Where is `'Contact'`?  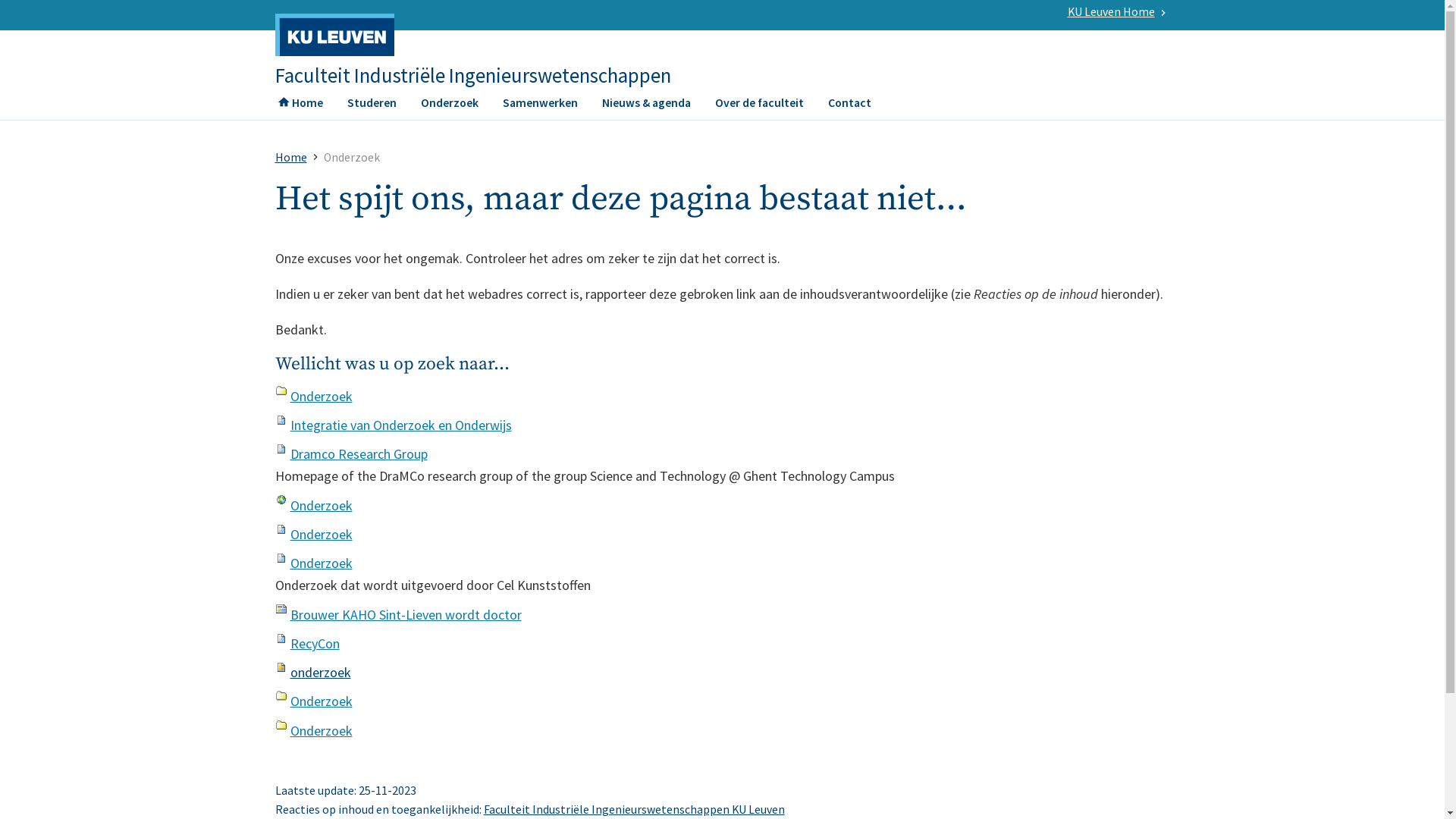
'Contact' is located at coordinates (849, 106).